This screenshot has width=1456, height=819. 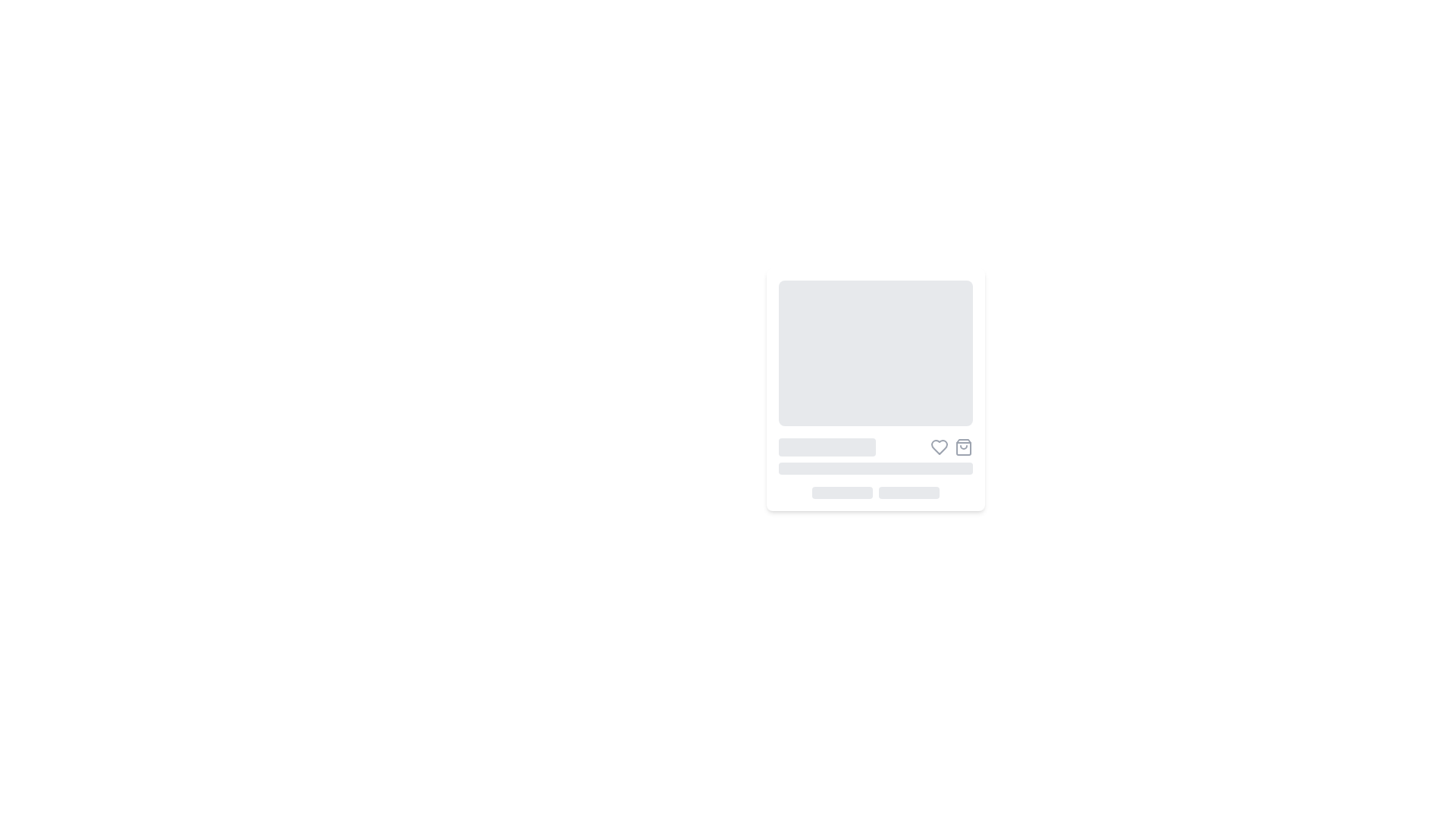 I want to click on the heart-shaped icon, which is gray and located in the bottom-right corner of a card layout, so click(x=938, y=447).